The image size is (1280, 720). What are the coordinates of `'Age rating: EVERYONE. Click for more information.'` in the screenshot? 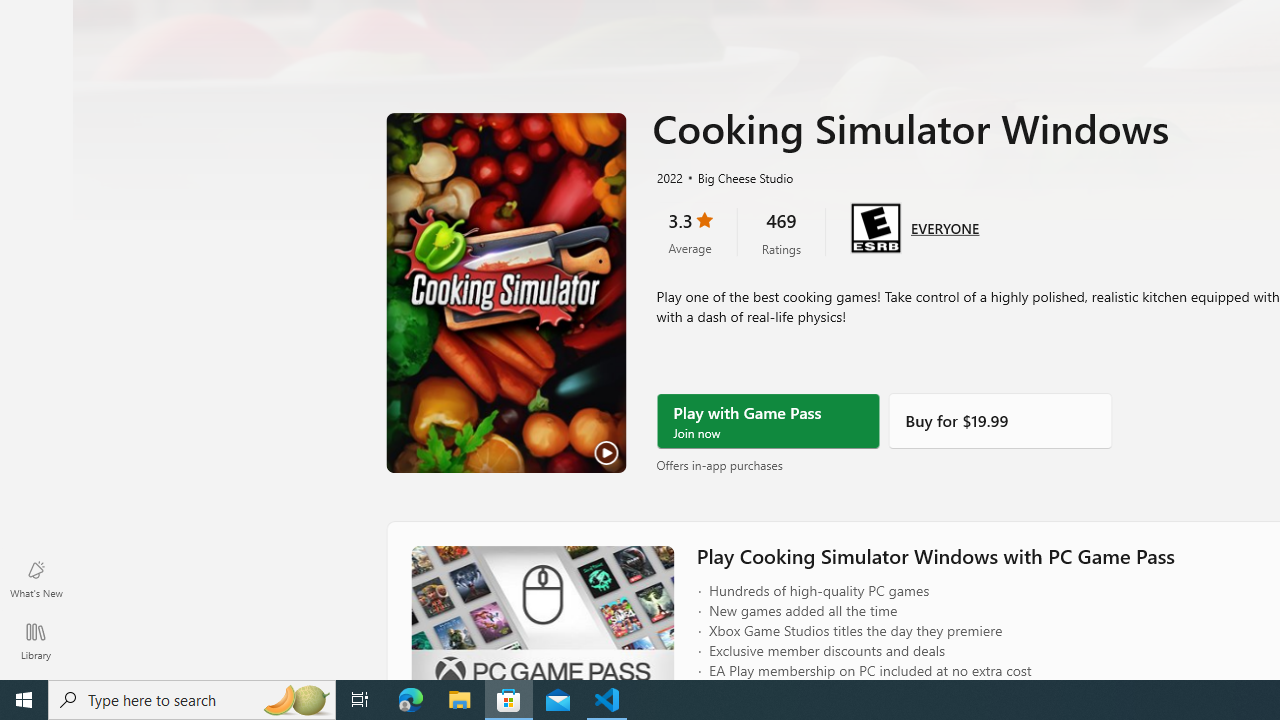 It's located at (944, 225).